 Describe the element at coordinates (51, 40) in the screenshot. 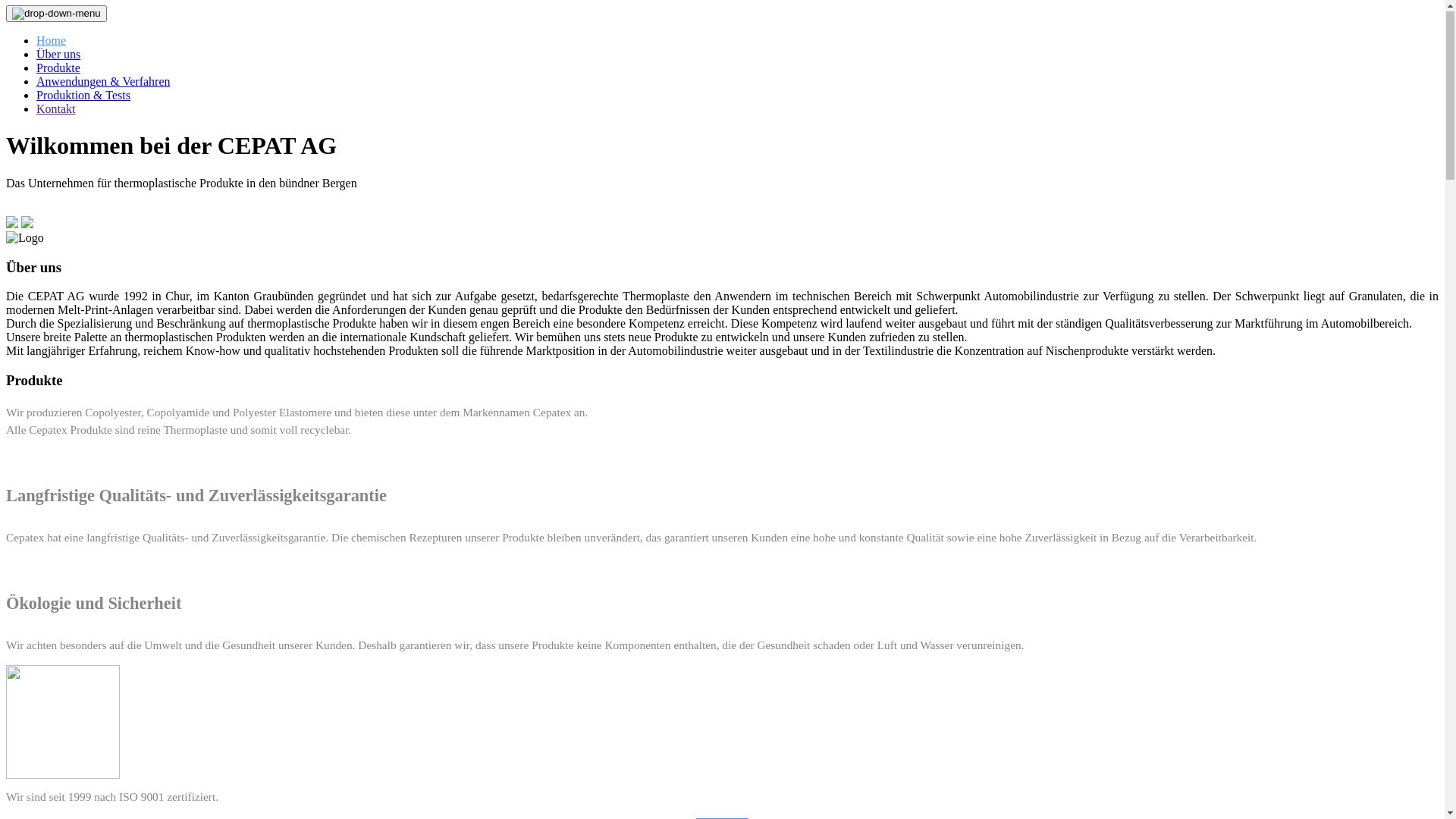

I see `'Home'` at that location.